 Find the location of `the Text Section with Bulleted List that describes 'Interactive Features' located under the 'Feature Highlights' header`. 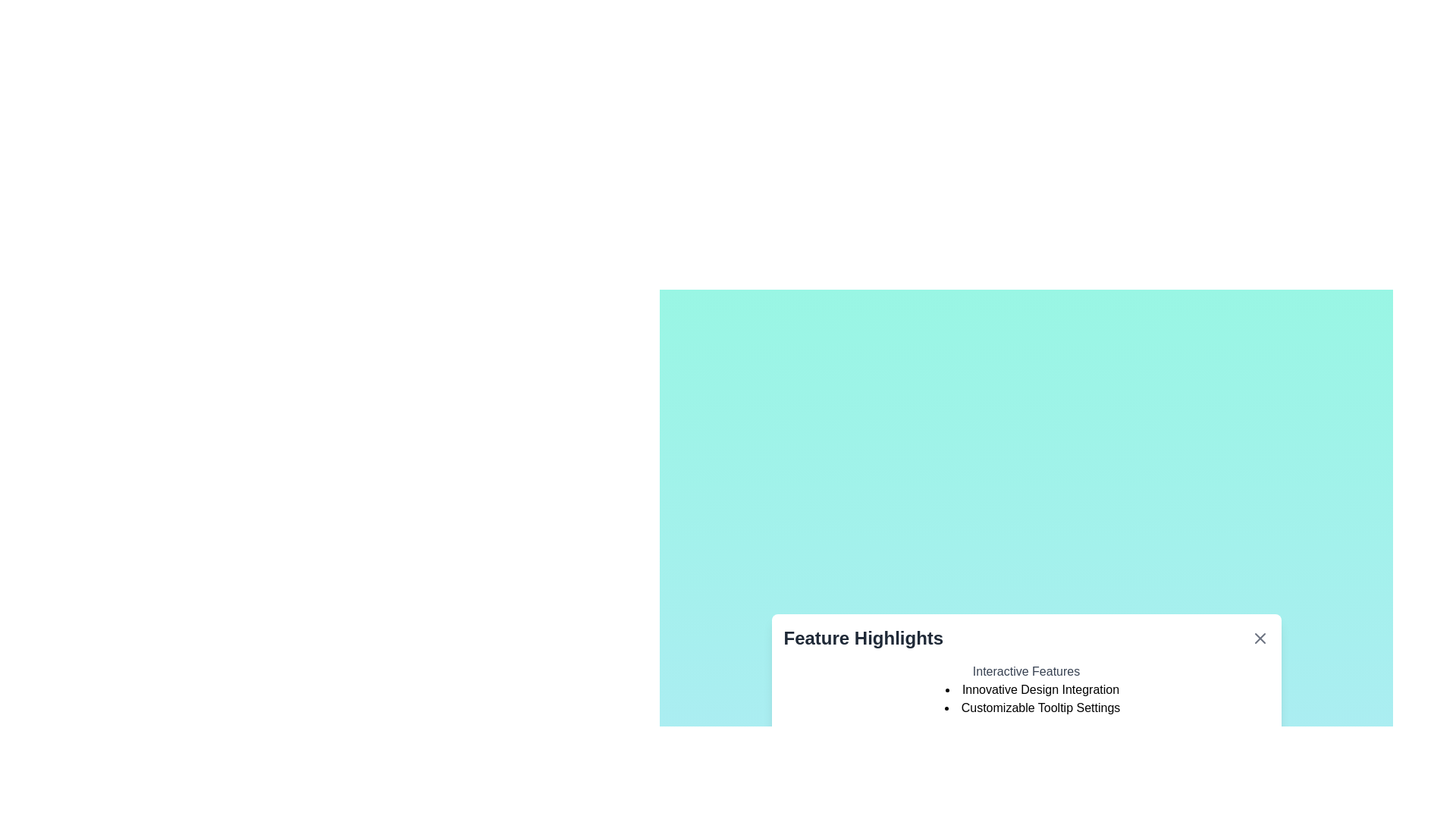

the Text Section with Bulleted List that describes 'Interactive Features' located under the 'Feature Highlights' header is located at coordinates (1026, 690).